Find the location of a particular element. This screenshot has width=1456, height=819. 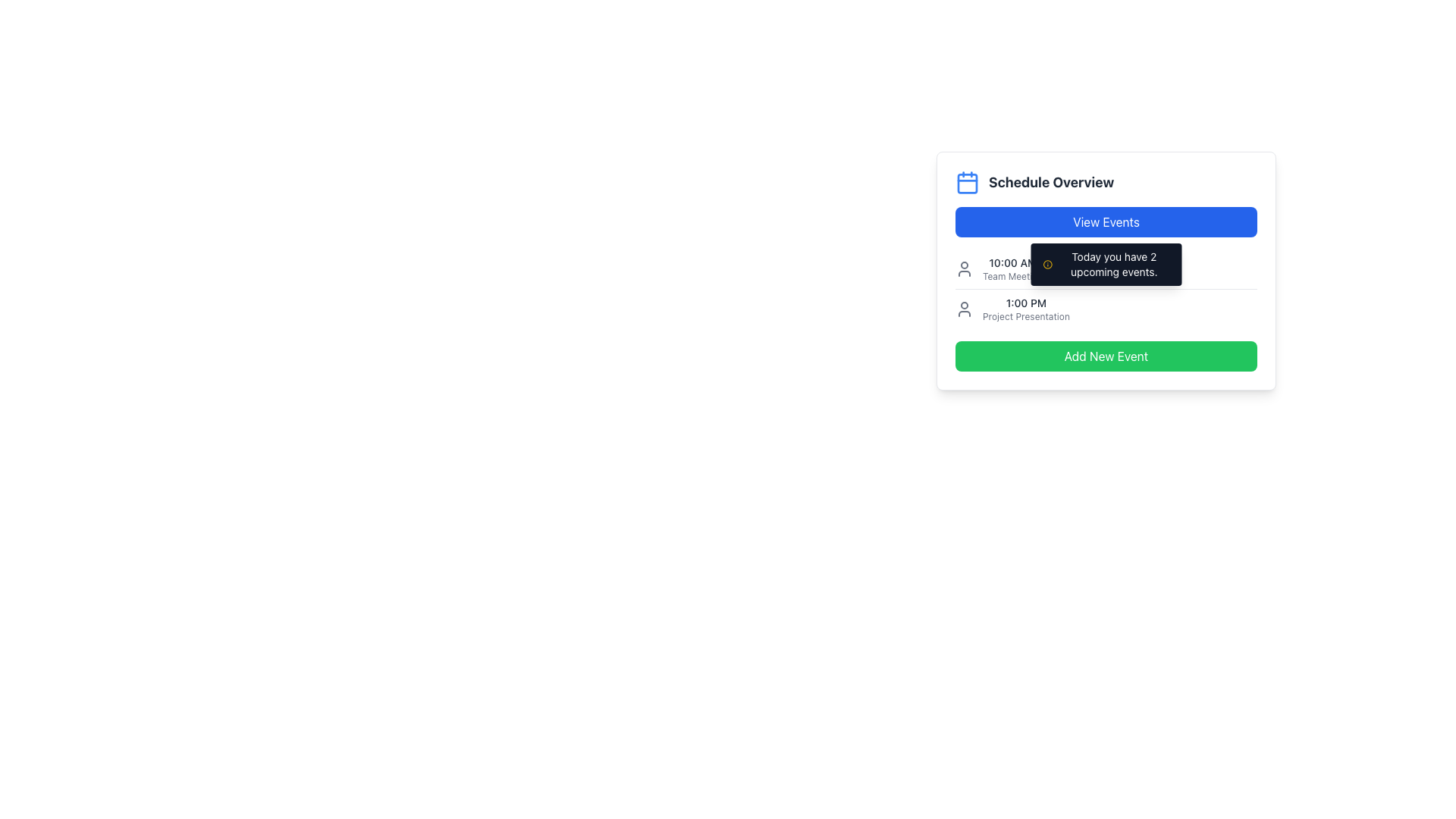

the icon representing the organizer or participant information for the '10:00 AM Team Meeting' event, located to the left of the event text is located at coordinates (964, 268).